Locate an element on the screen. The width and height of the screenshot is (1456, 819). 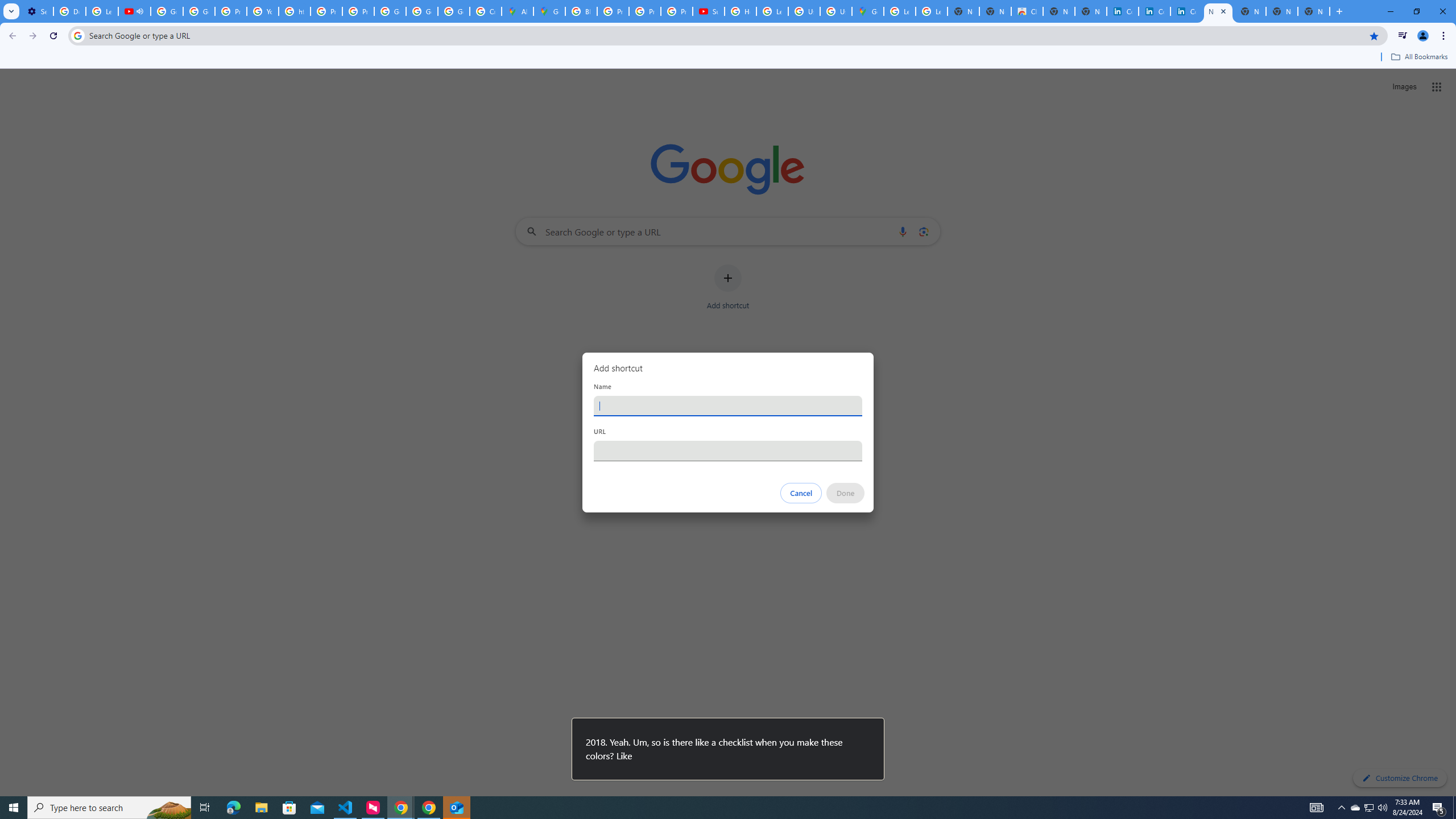
'Blogger Policies and Guidelines - Transparency Center' is located at coordinates (581, 11).